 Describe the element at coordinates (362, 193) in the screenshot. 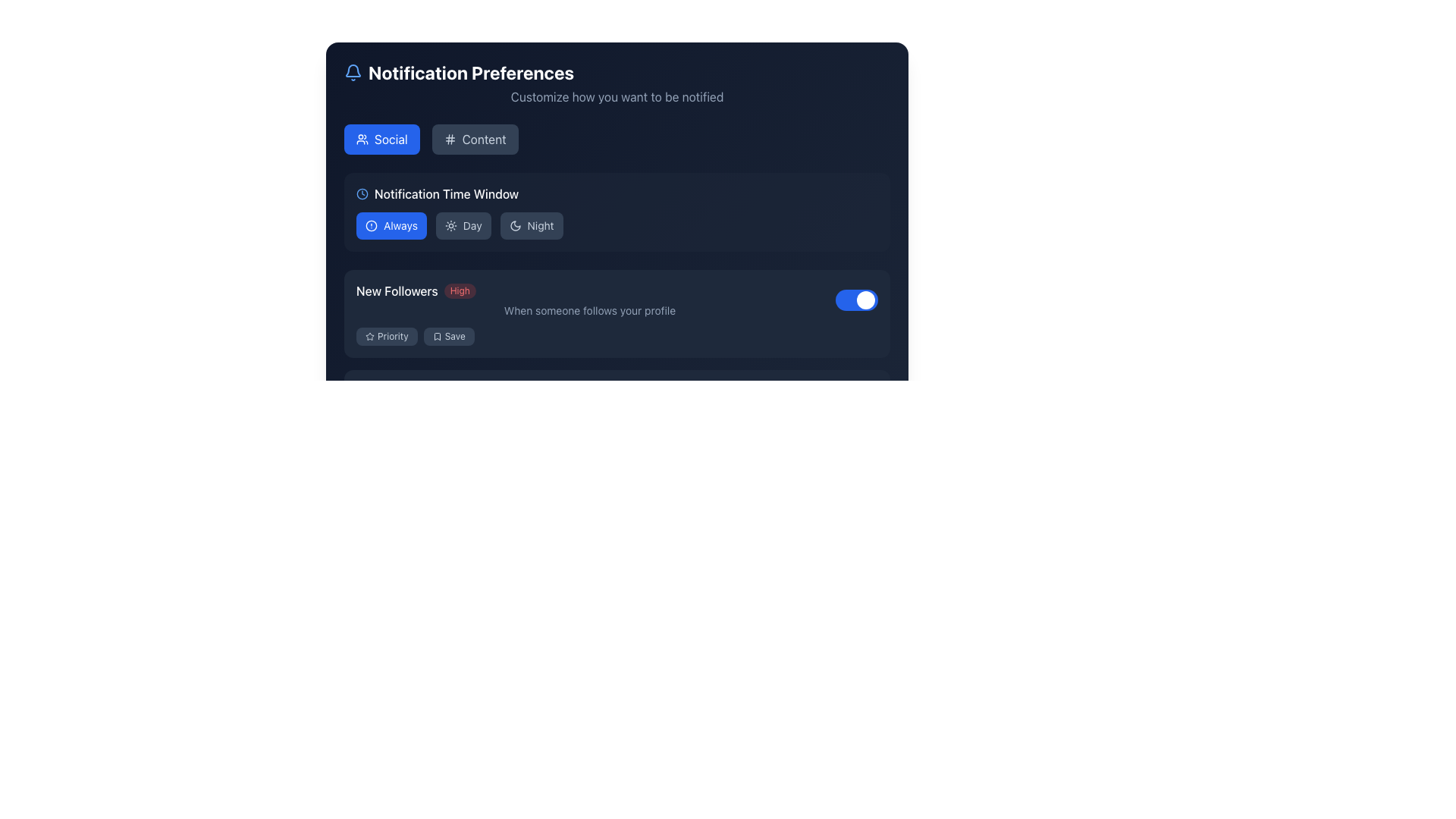

I see `the small circular icon with a blue outline and clock shape inside, located to the left of 'Notification Time Window' in the 'Notification Preferences' section` at that location.